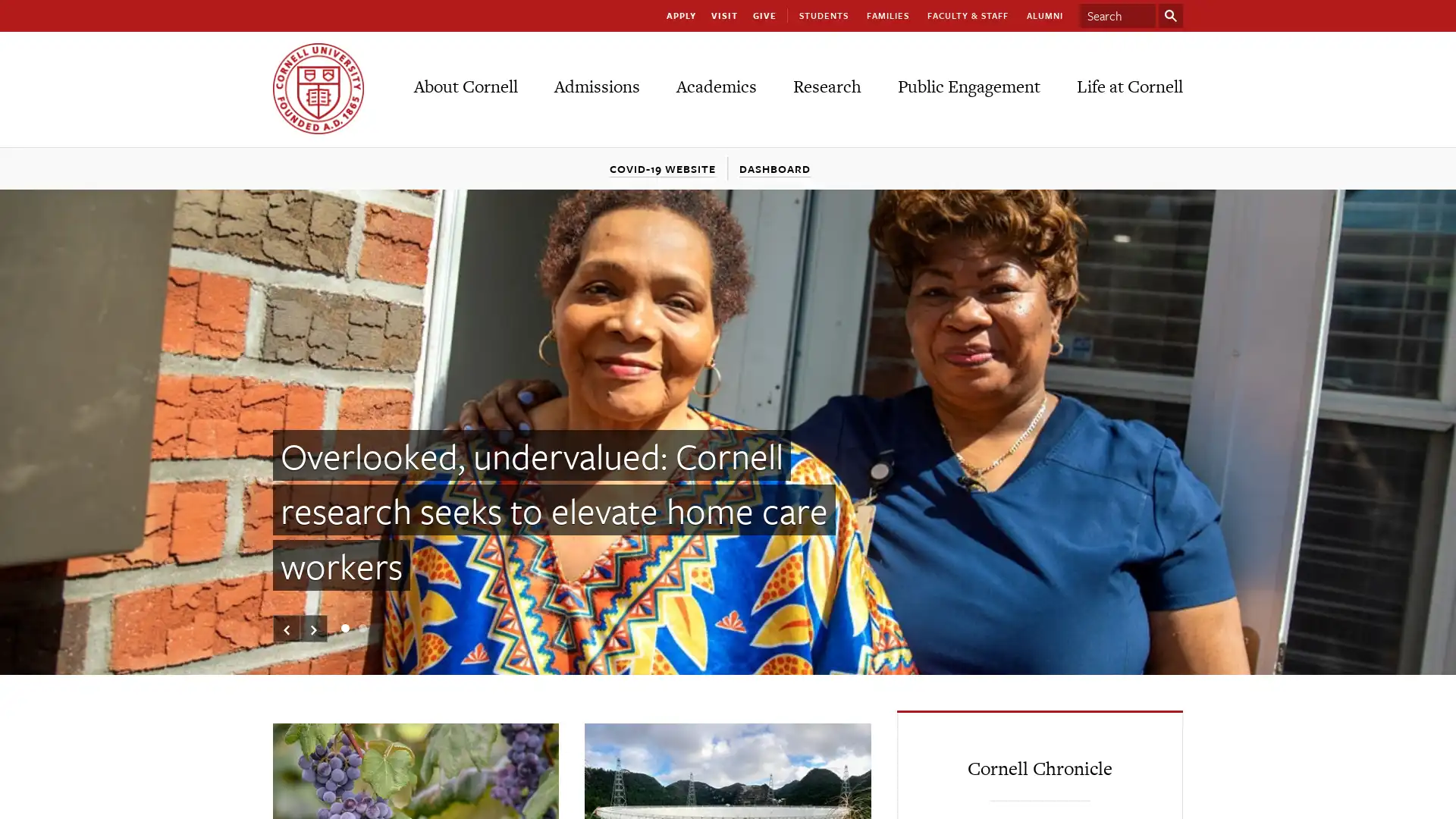  I want to click on Search, so click(1170, 15).